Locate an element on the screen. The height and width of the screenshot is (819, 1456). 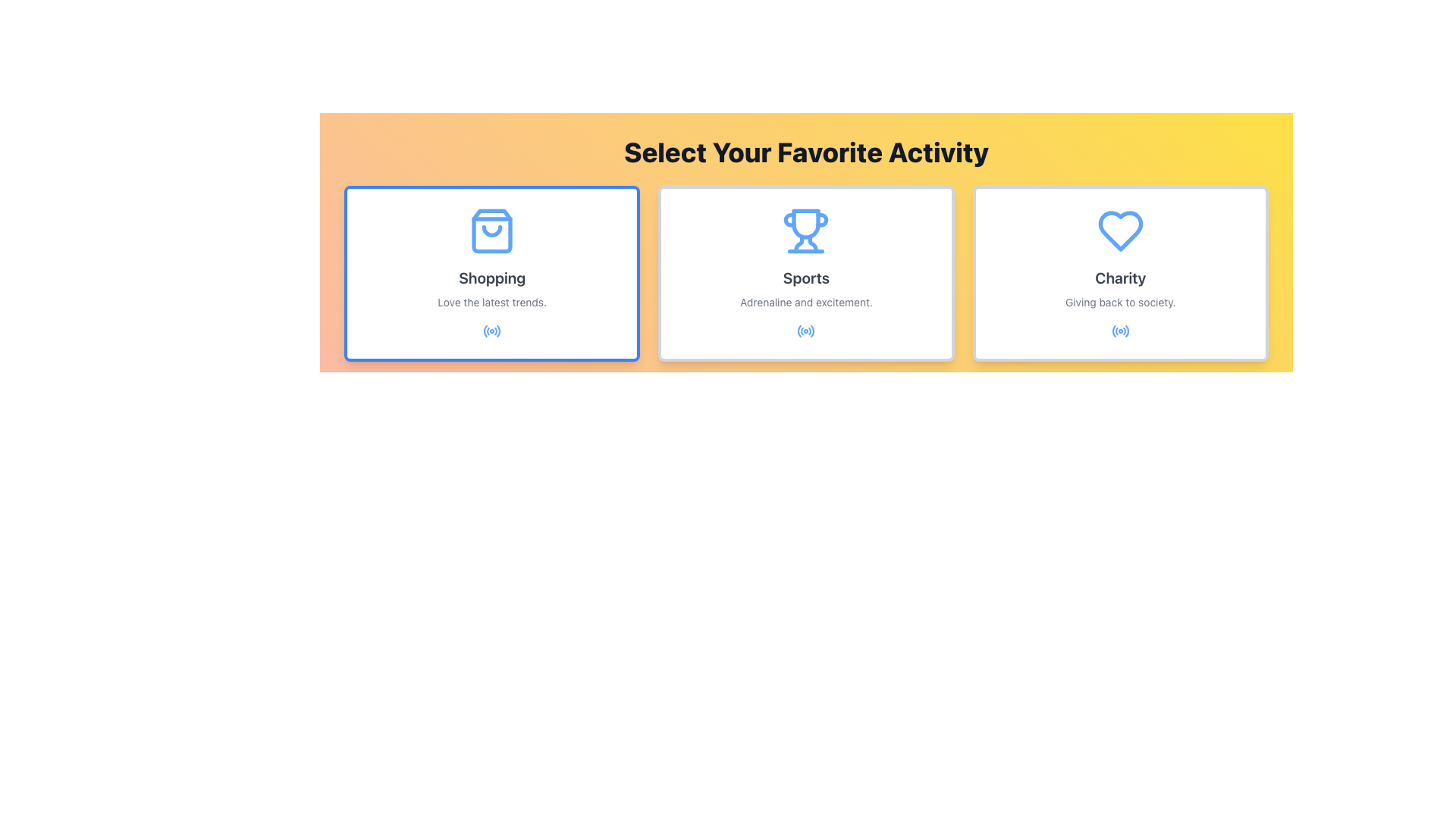
the text label displaying 'Charity' which is styled in bold gray font and is located in the third box under the heading 'Select Your Favorite Activity' is located at coordinates (1120, 278).